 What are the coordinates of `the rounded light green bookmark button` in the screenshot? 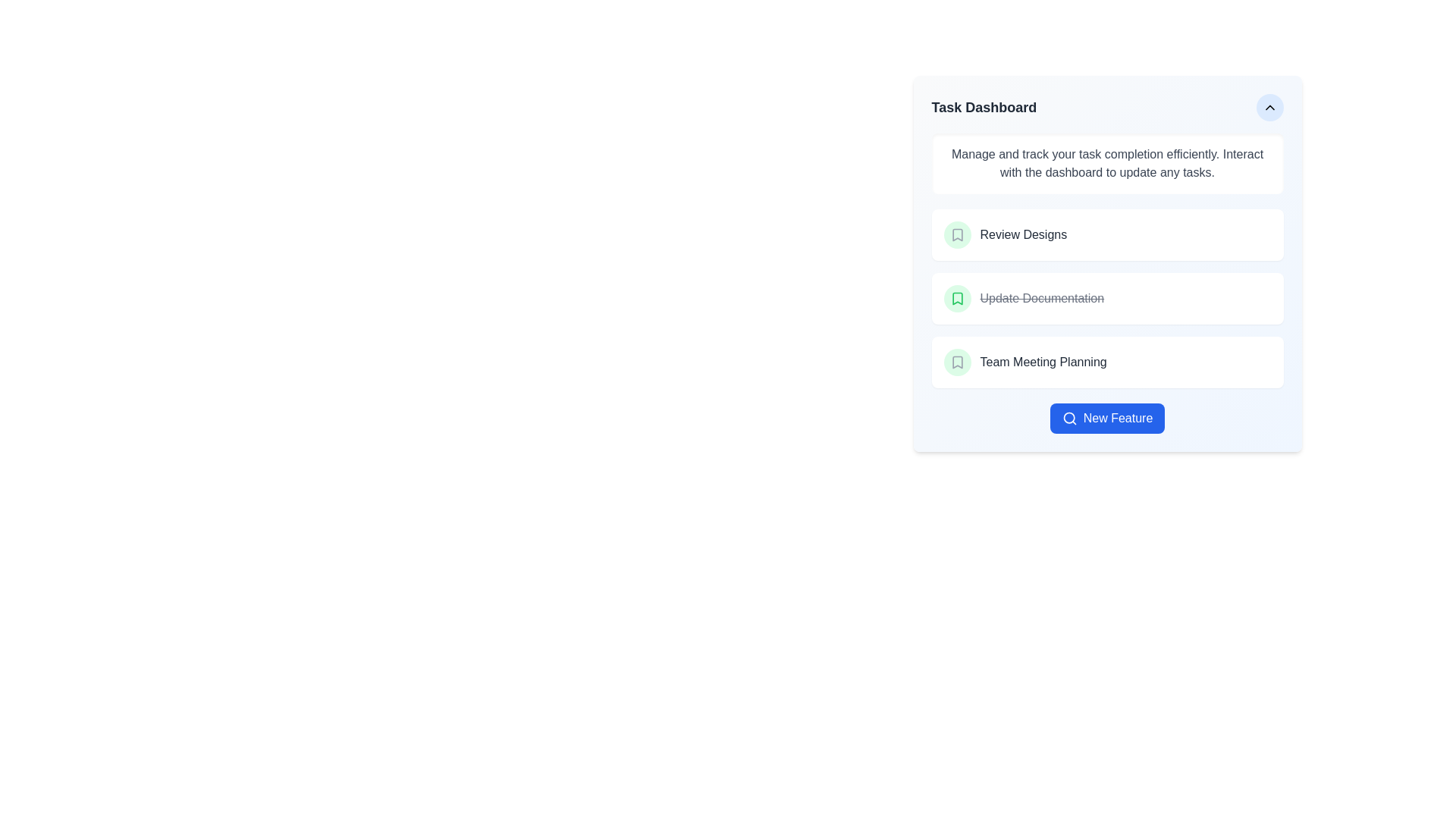 It's located at (956, 362).